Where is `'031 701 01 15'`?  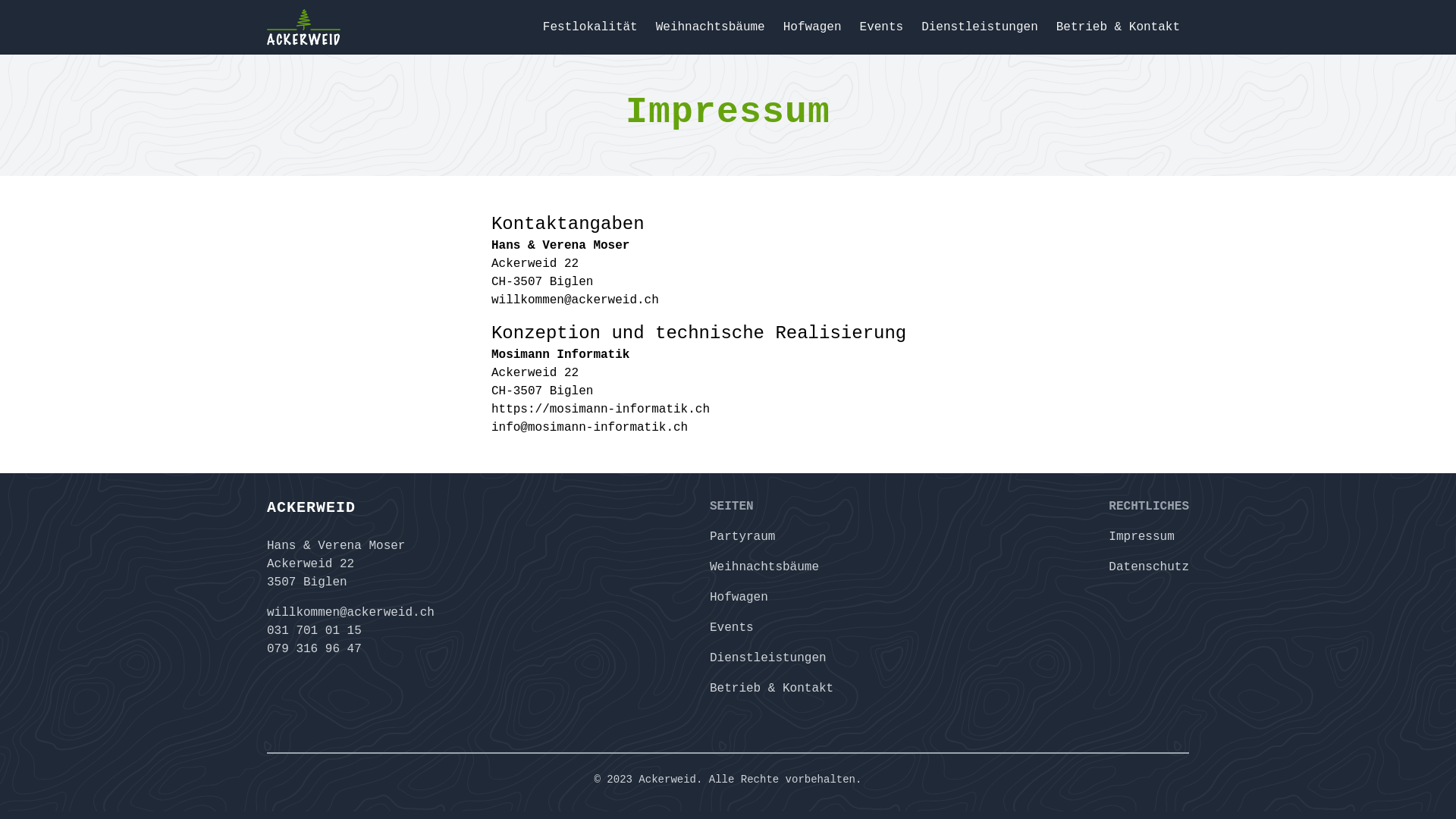 '031 701 01 15' is located at coordinates (266, 631).